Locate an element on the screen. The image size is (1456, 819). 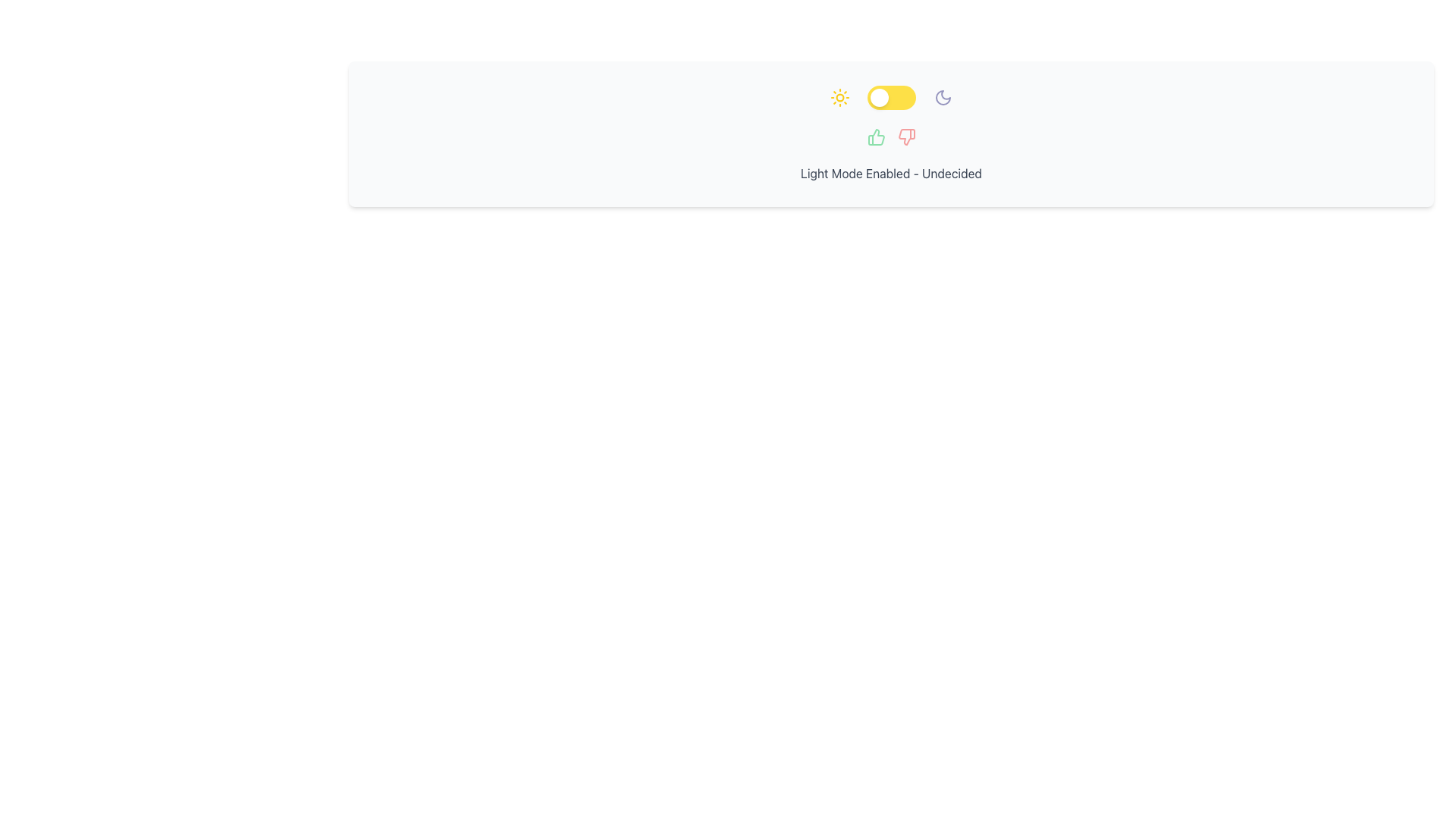
the sun icon located at the leftmost position in the upper portion of the interface to trigger a tooltip or visual response is located at coordinates (839, 97).